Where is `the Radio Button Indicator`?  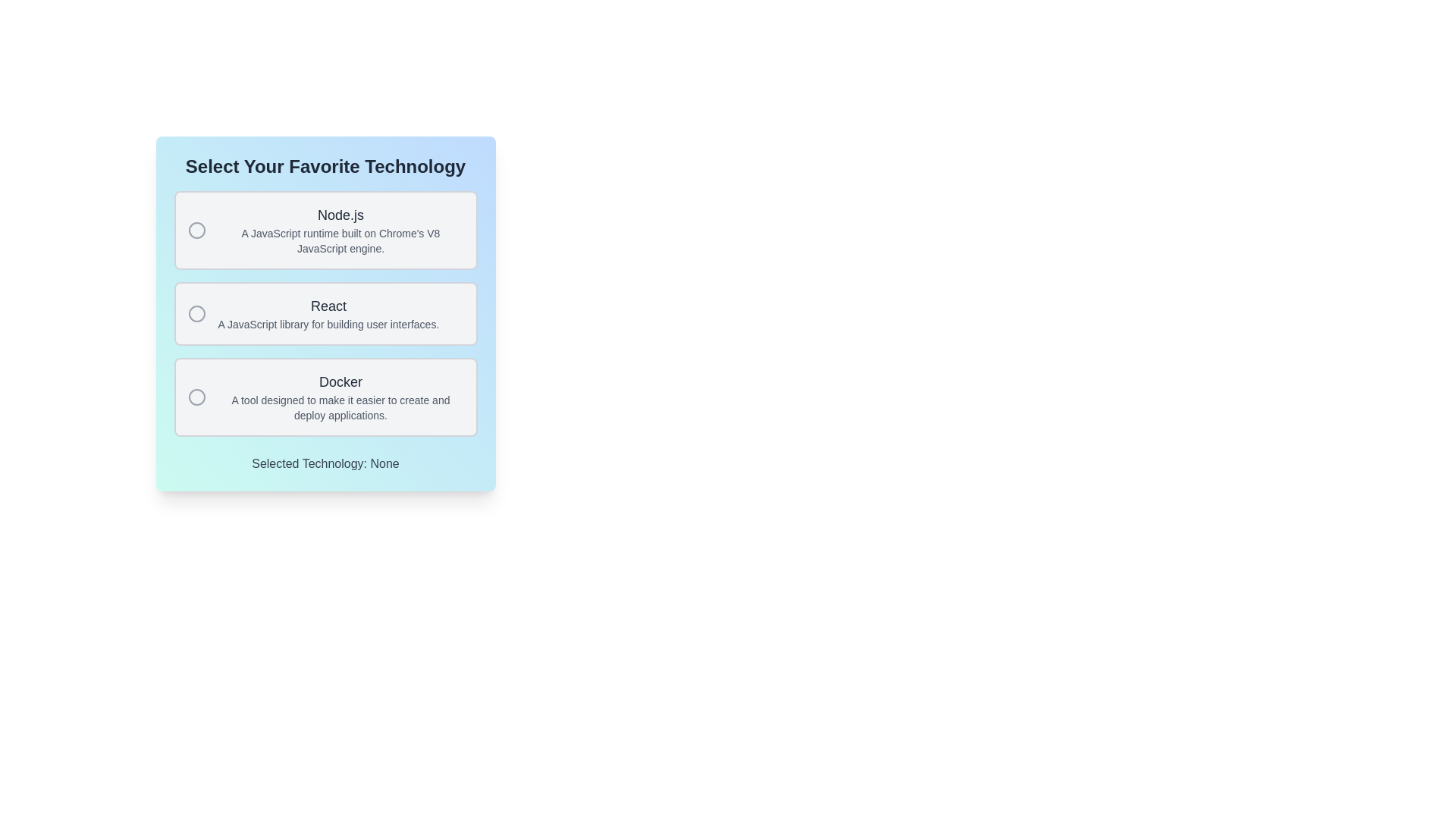
the Radio Button Indicator is located at coordinates (196, 231).